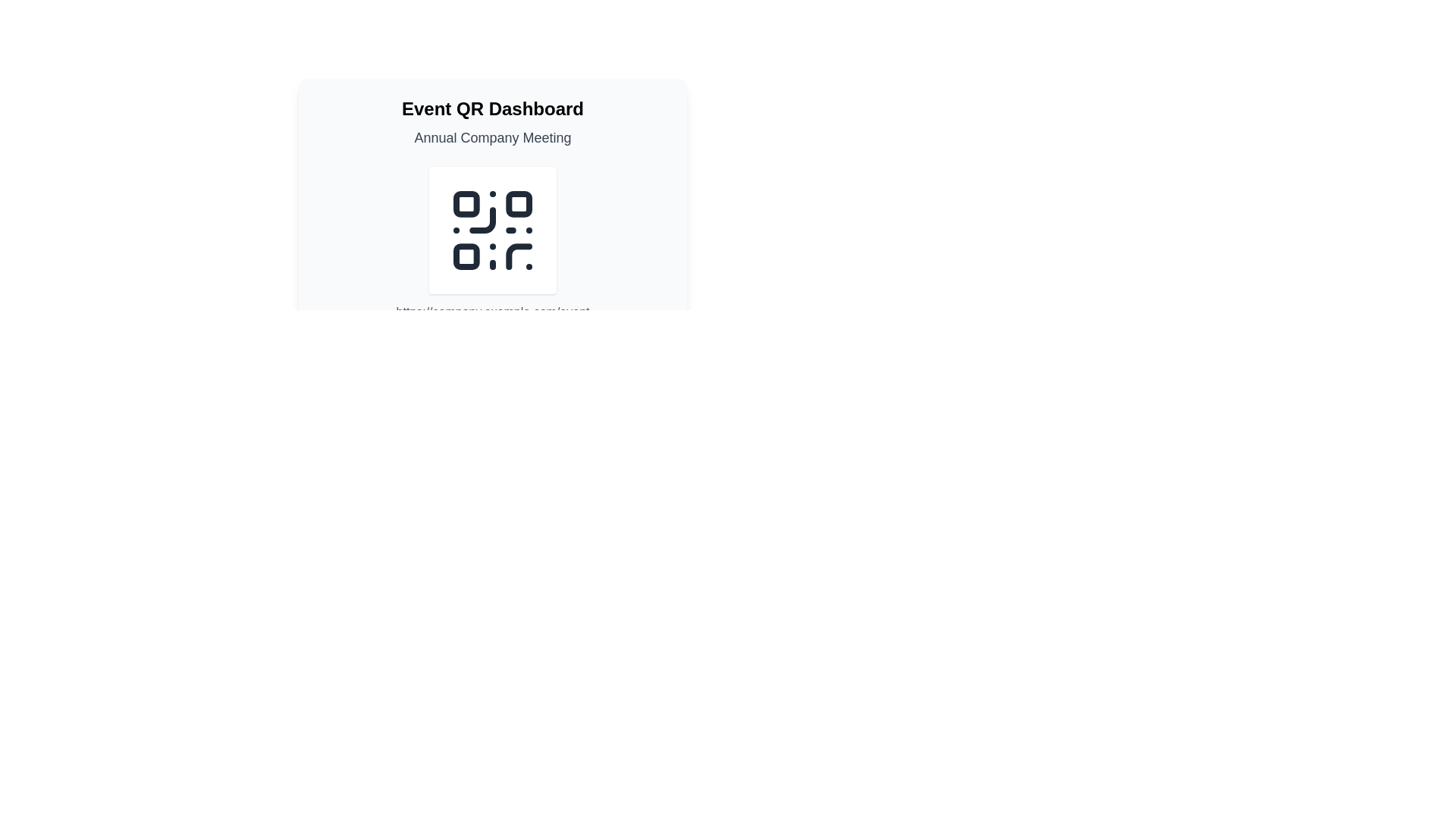  Describe the element at coordinates (492, 271) in the screenshot. I see `displayed information from the Information display card that has a bold heading 'Event QR Dashboard' and a subtitle 'Annual Company Meeting', centrally positioned in the interface` at that location.